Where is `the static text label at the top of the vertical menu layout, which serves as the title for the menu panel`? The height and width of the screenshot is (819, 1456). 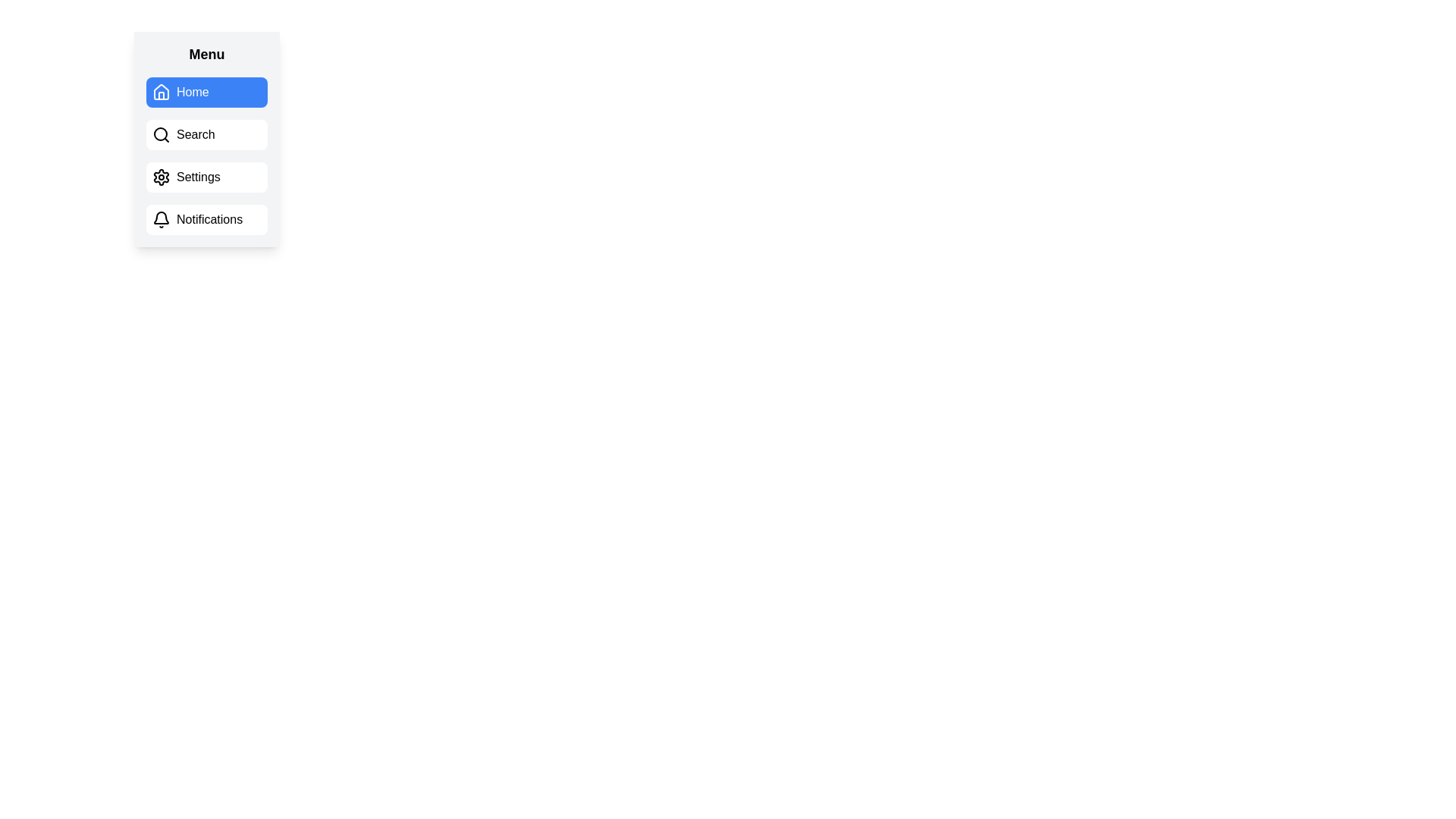 the static text label at the top of the vertical menu layout, which serves as the title for the menu panel is located at coordinates (206, 54).